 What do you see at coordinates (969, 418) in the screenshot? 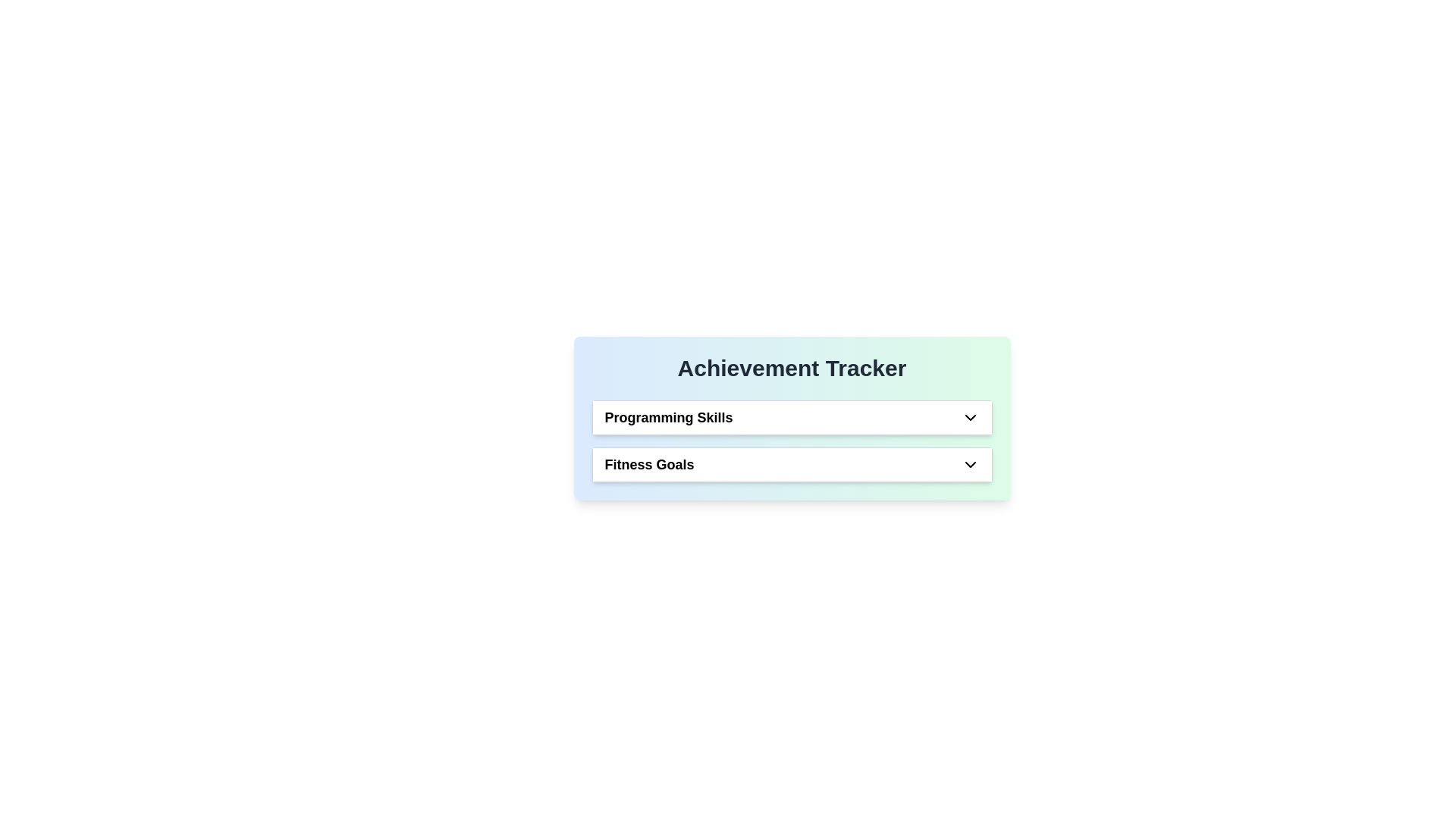
I see `the dropdown button for Programming Skills to expand it` at bounding box center [969, 418].